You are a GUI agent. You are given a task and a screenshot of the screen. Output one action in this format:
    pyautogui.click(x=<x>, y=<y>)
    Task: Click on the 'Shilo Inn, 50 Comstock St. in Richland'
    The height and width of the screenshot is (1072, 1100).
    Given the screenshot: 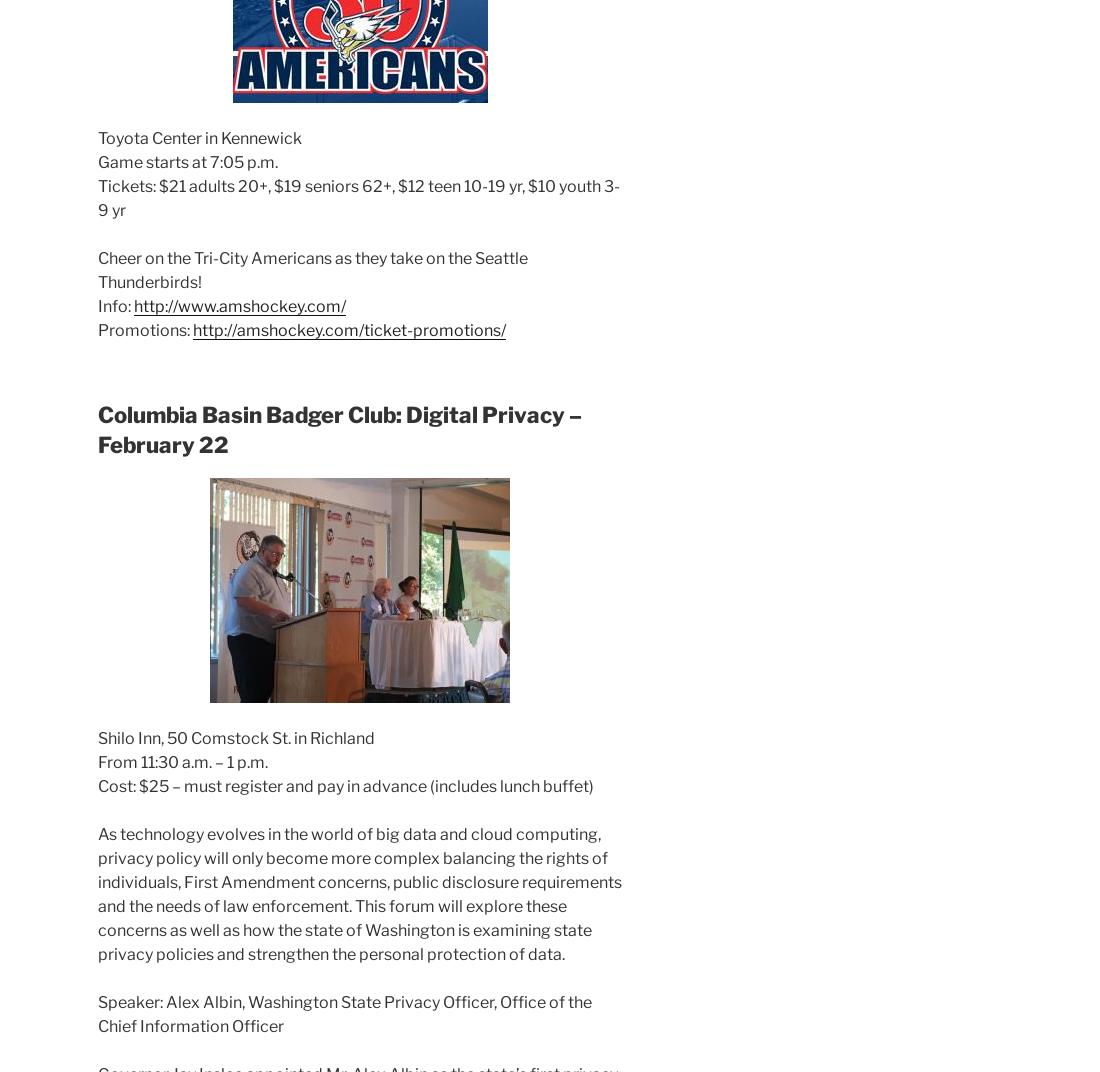 What is the action you would take?
    pyautogui.click(x=236, y=736)
    